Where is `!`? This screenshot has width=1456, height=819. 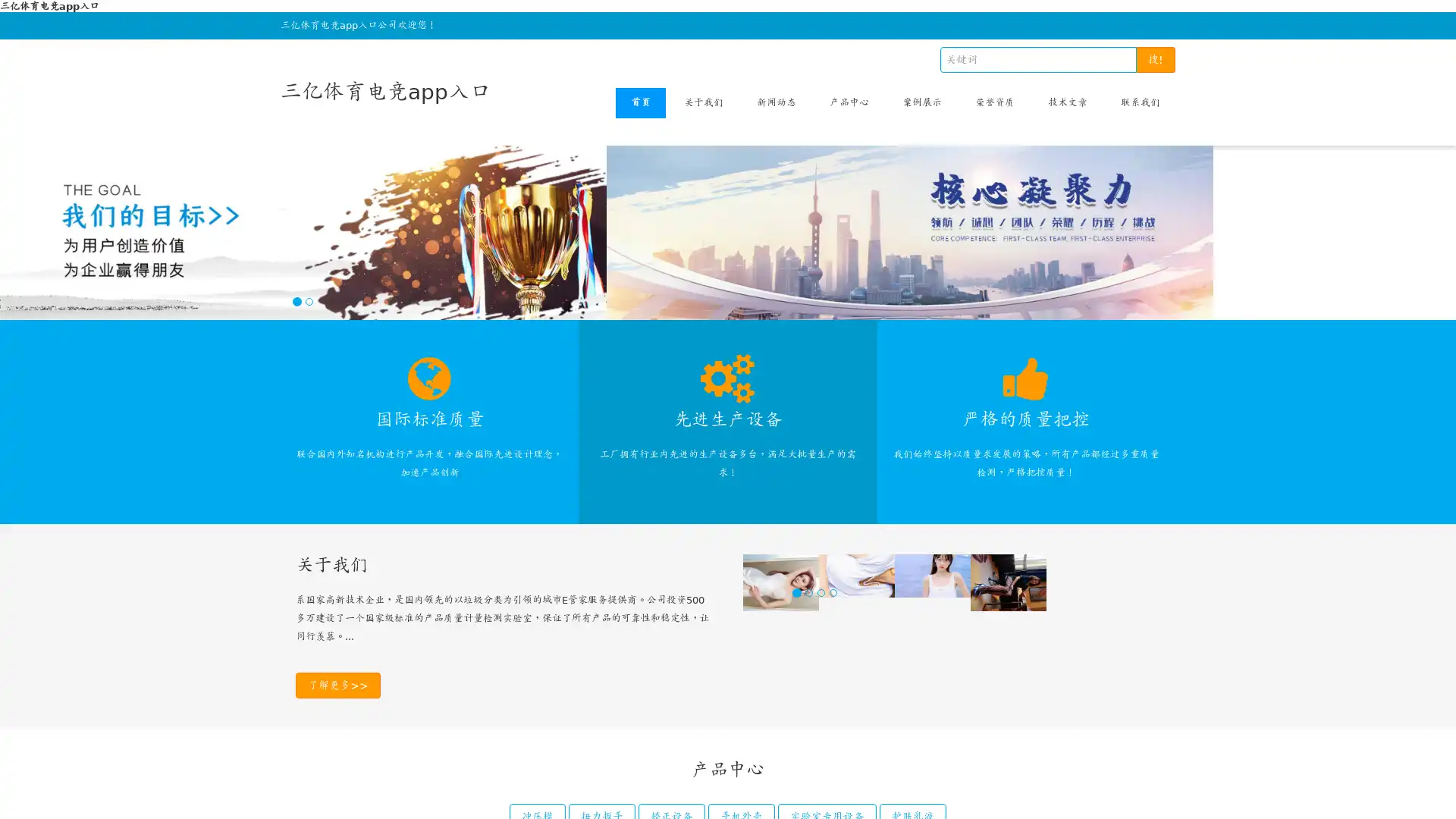 ! is located at coordinates (1155, 58).